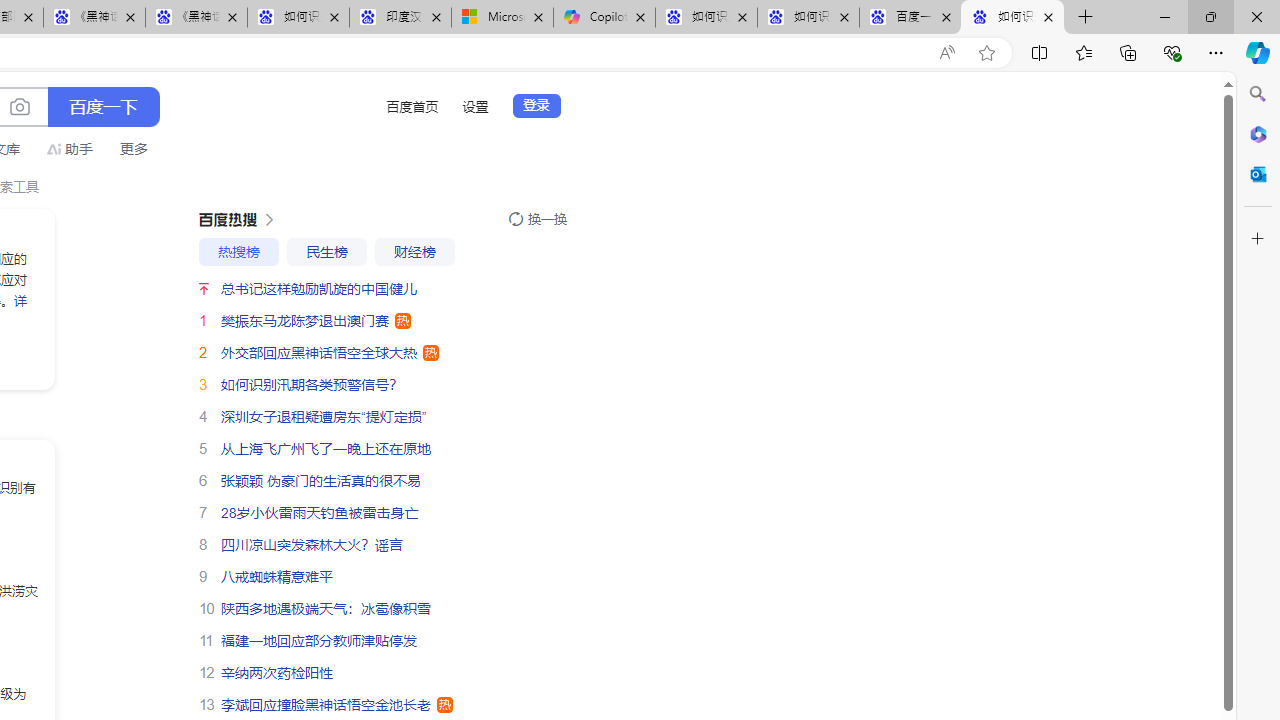 Image resolution: width=1280 pixels, height=720 pixels. I want to click on 'Copilot', so click(603, 17).